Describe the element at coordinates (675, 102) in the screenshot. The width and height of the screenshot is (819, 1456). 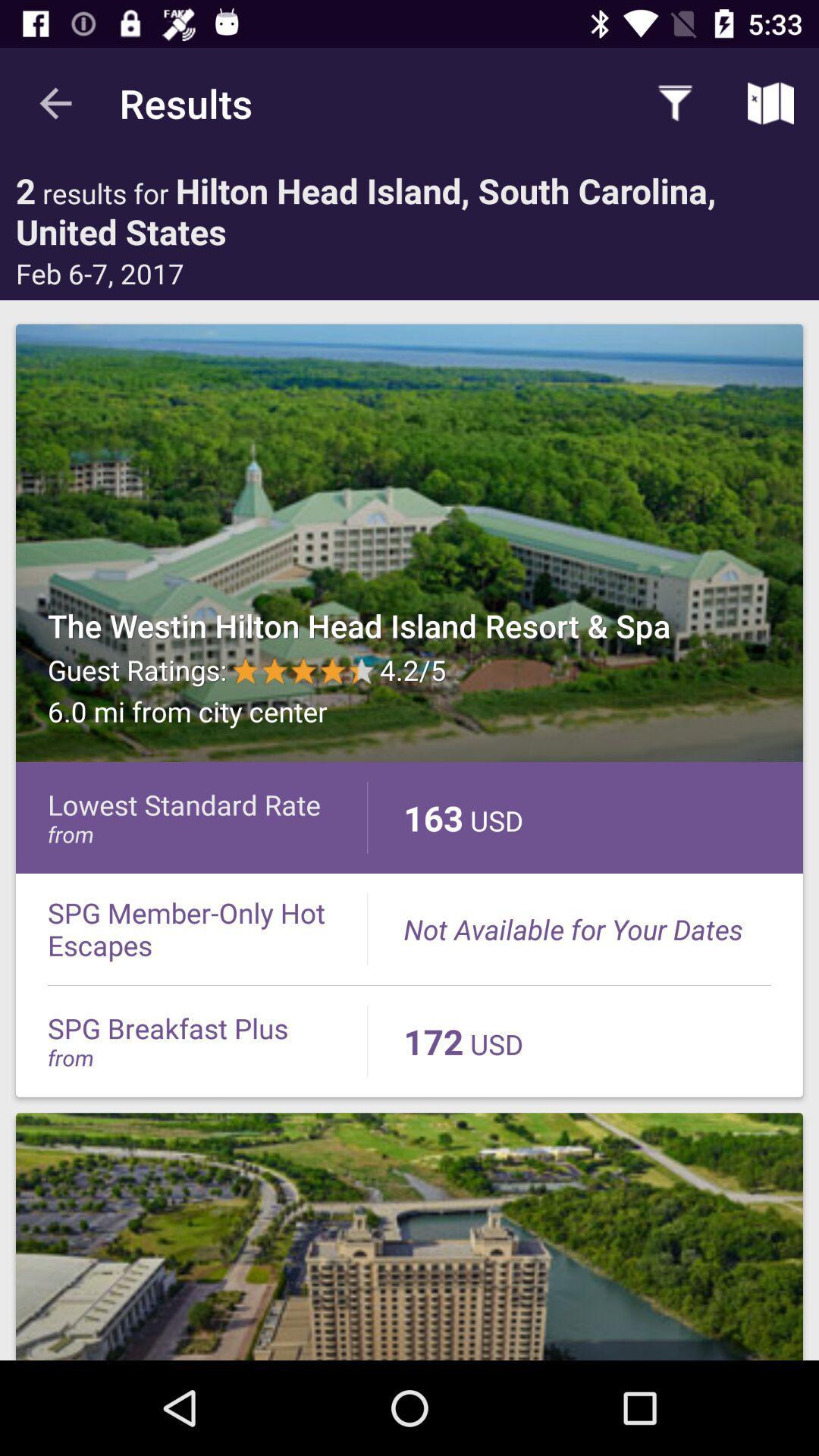
I see `the app to the right of the results item` at that location.